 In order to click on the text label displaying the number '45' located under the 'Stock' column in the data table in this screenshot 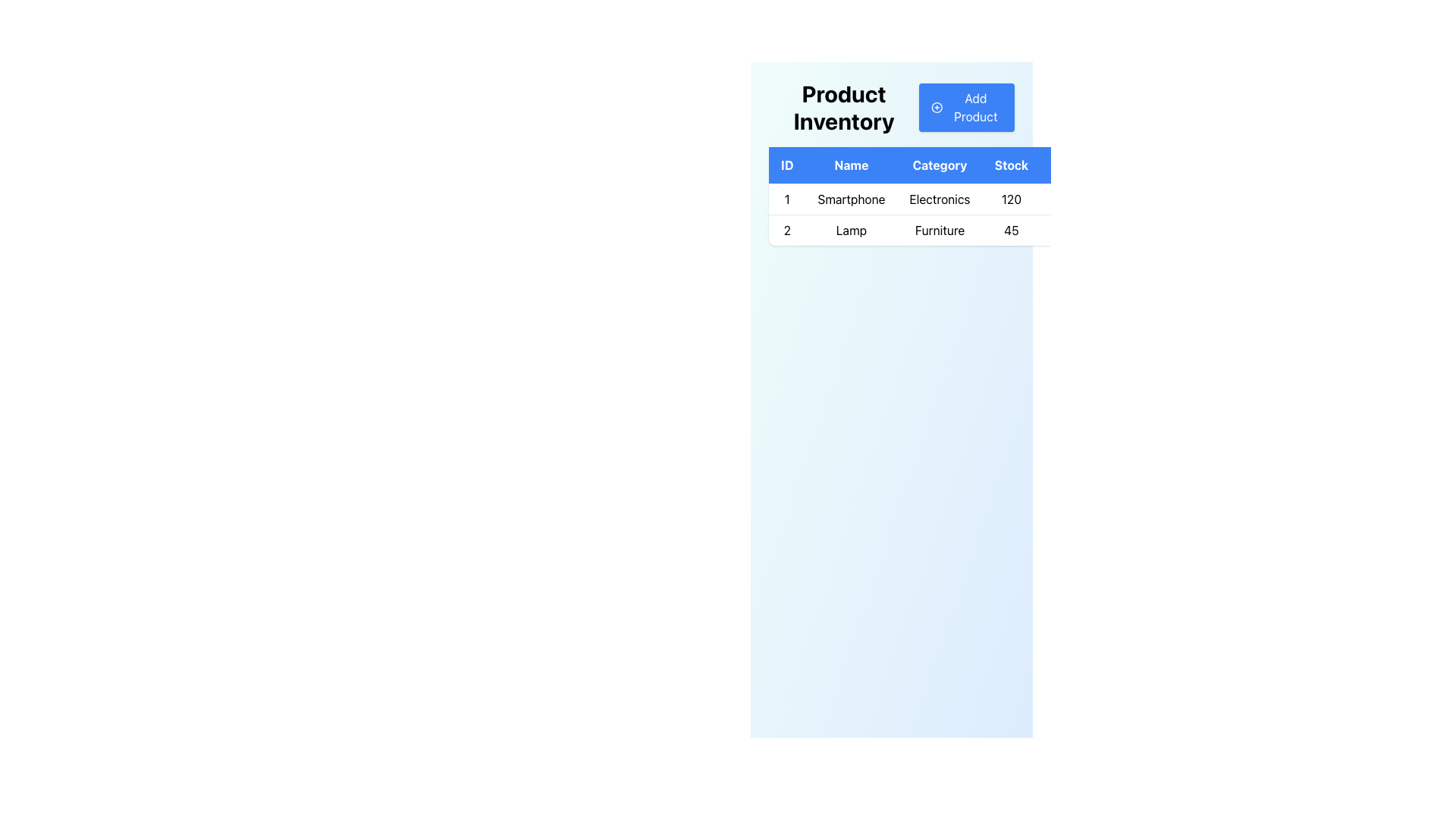, I will do `click(1012, 230)`.